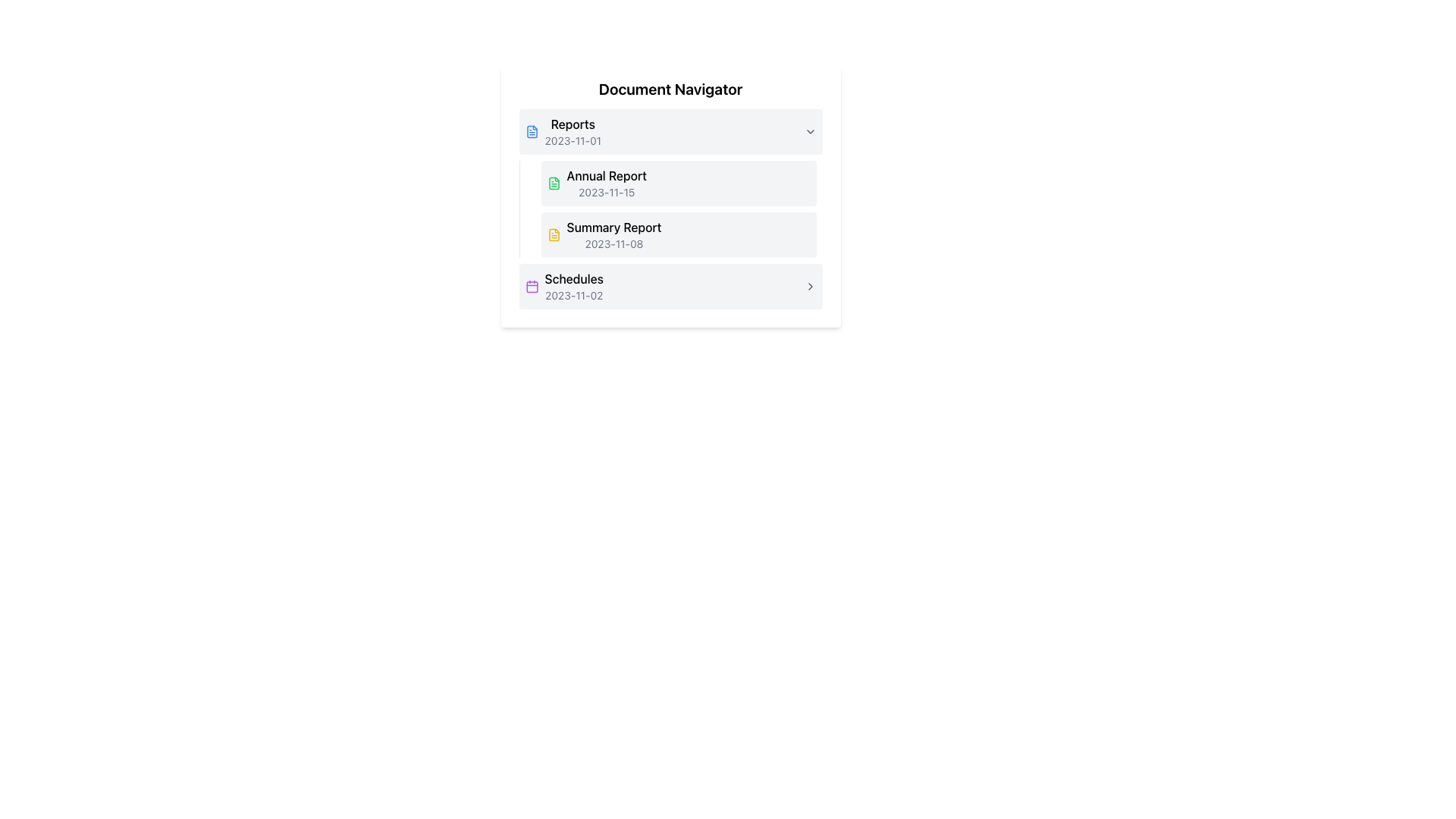 The image size is (1456, 819). I want to click on the purple calendar icon located to the left of the 'Schedules' text in the horizontal row of schedule information, so click(532, 287).